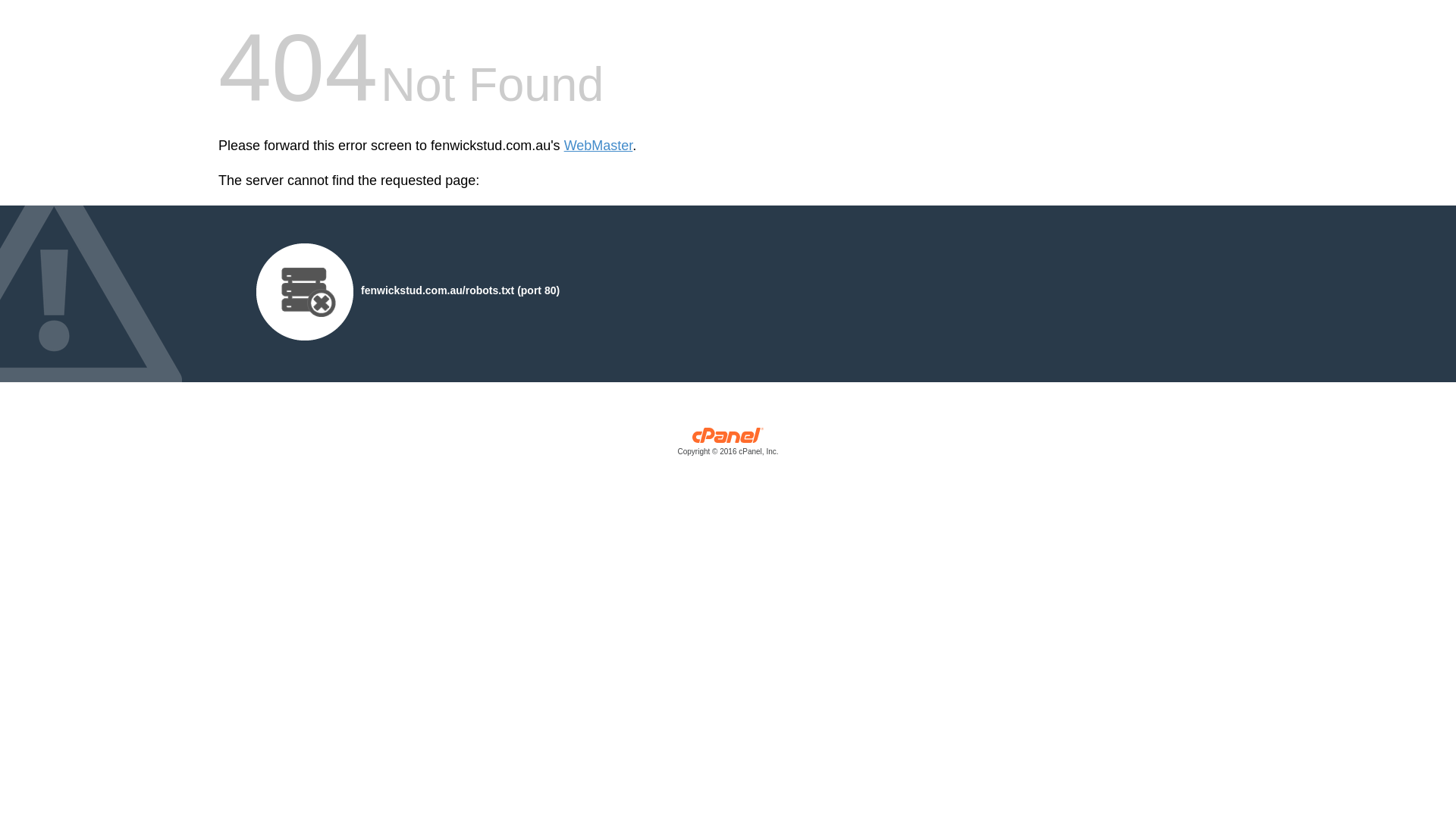 Image resolution: width=1456 pixels, height=819 pixels. I want to click on 'WebMaster', so click(598, 146).